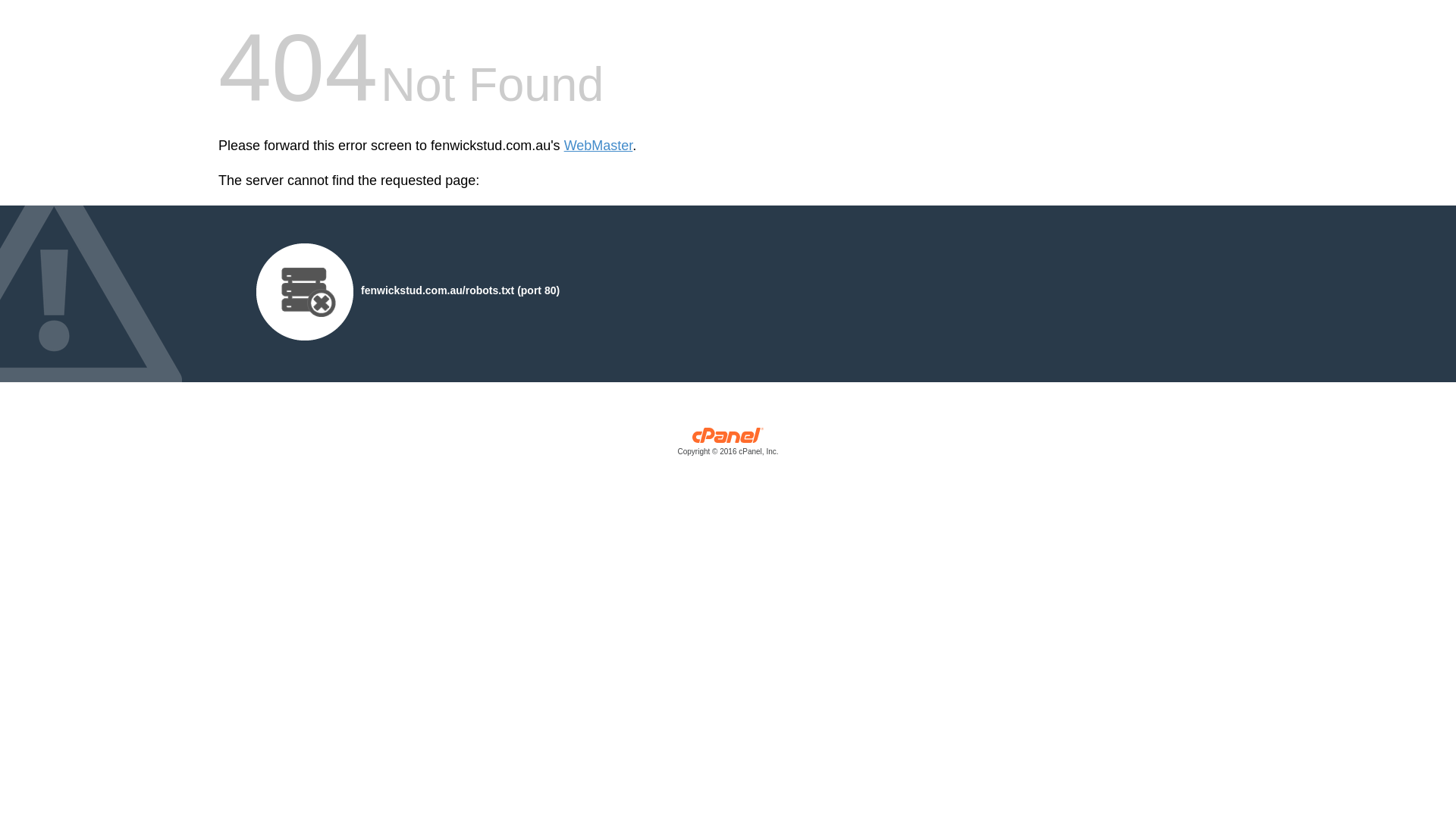 Image resolution: width=1456 pixels, height=819 pixels. I want to click on 'WebMaster', so click(598, 146).